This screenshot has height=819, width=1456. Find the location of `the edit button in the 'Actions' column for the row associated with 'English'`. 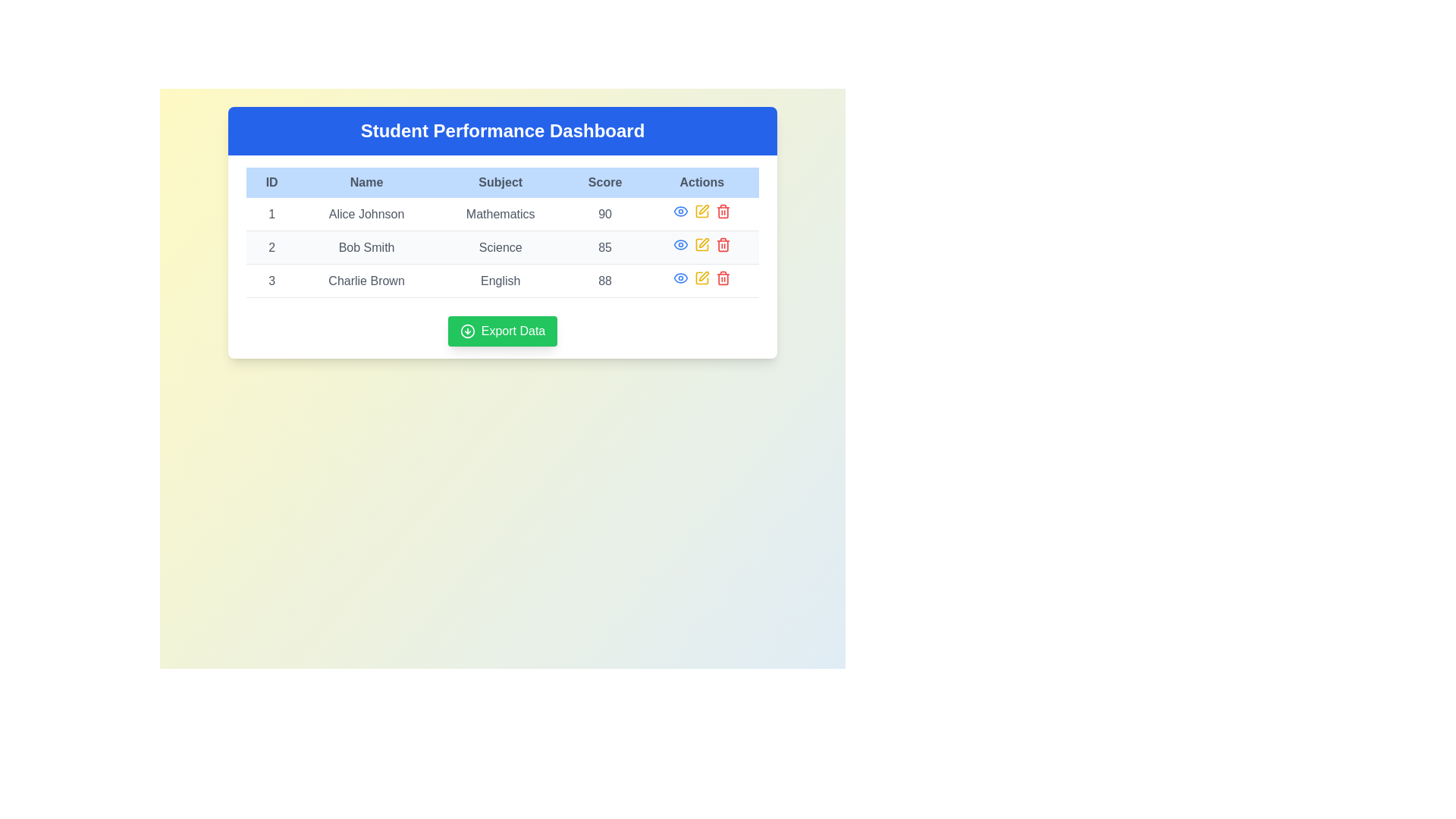

the edit button in the 'Actions' column for the row associated with 'English' is located at coordinates (701, 278).